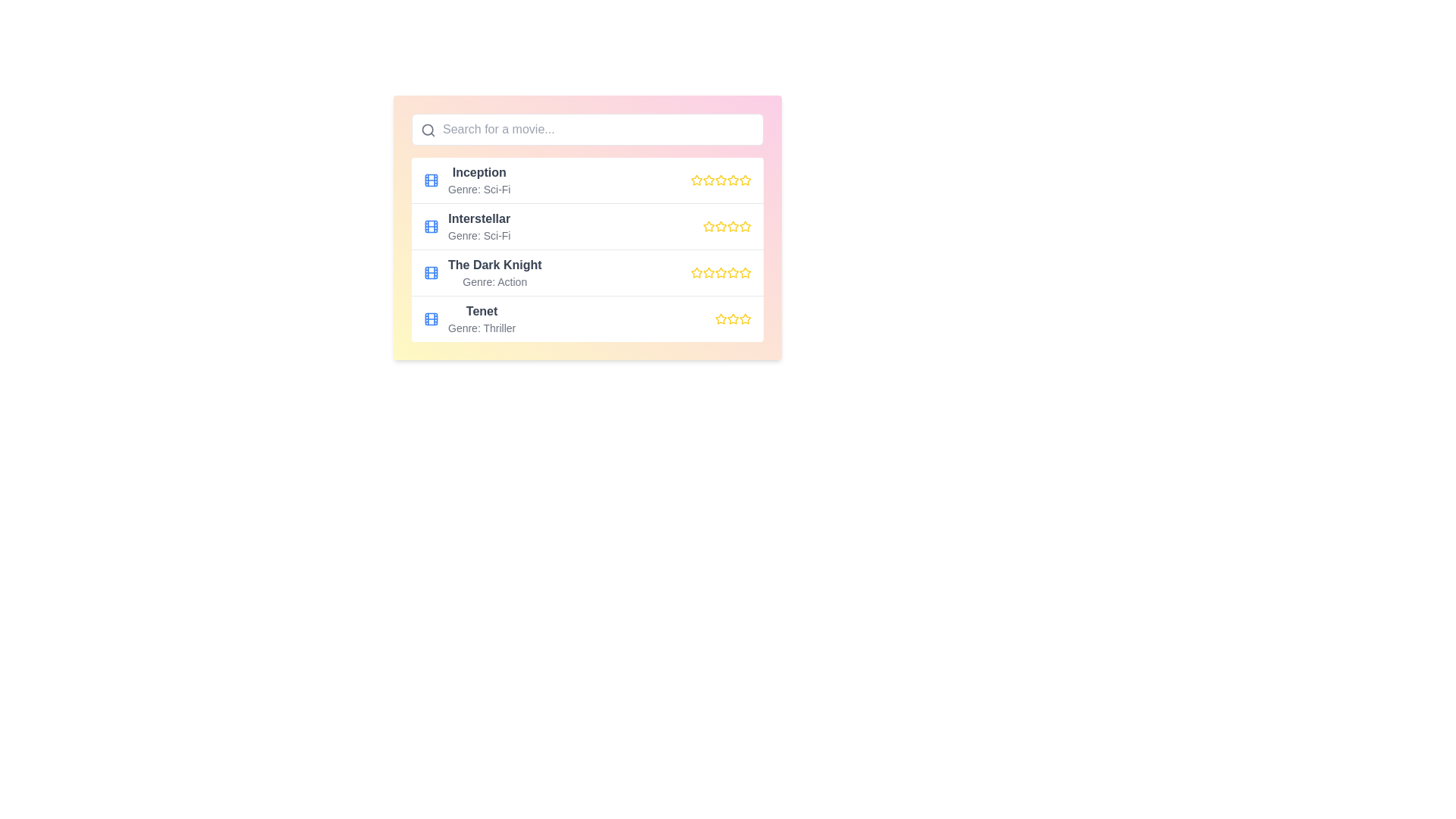  Describe the element at coordinates (745, 271) in the screenshot. I see `the fifth star-shaped rating icon for 'The Dark Knight', which has a hollow outline and a yellow color scheme` at that location.